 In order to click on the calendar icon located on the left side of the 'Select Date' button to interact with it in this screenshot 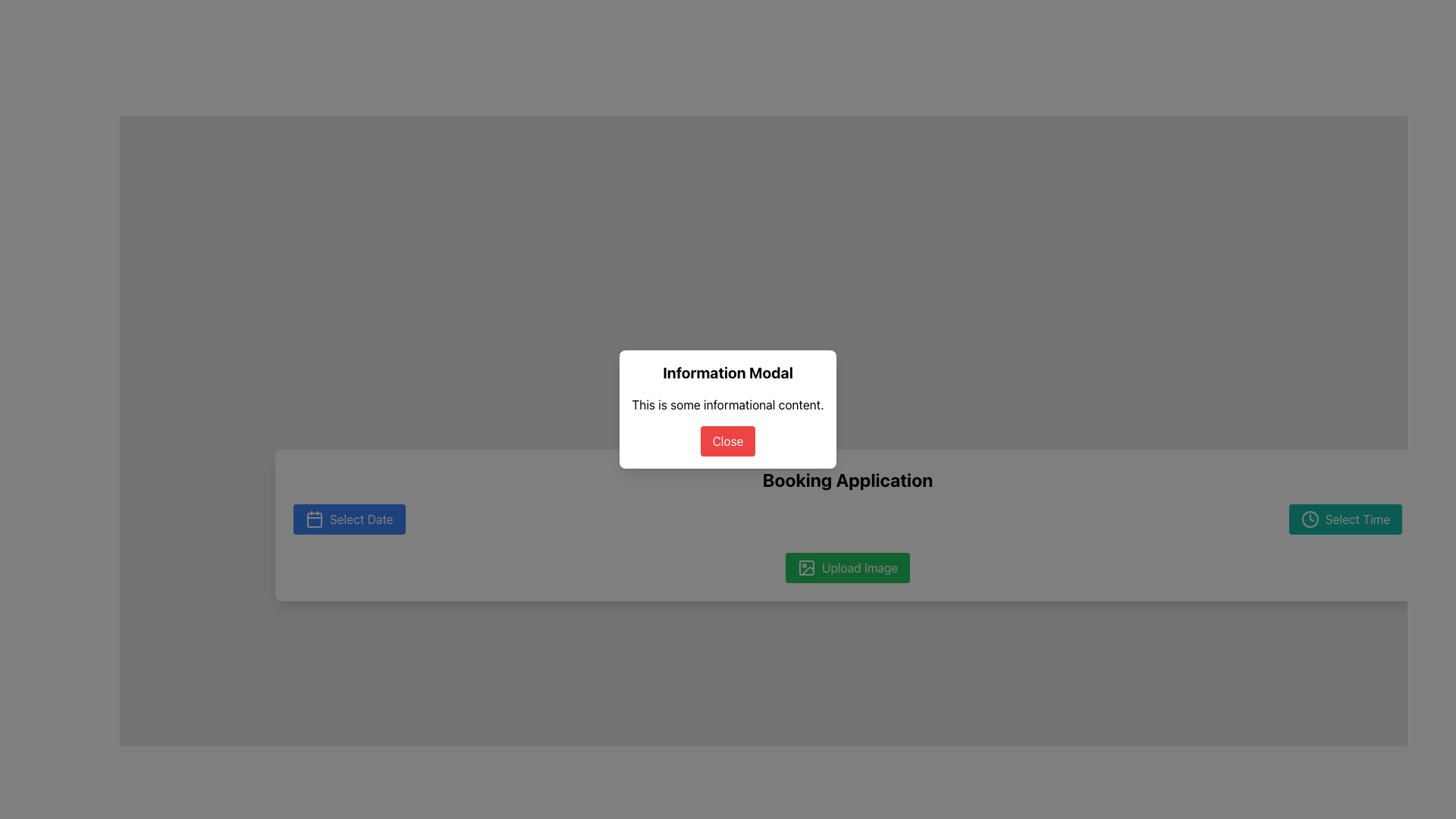, I will do `click(313, 519)`.